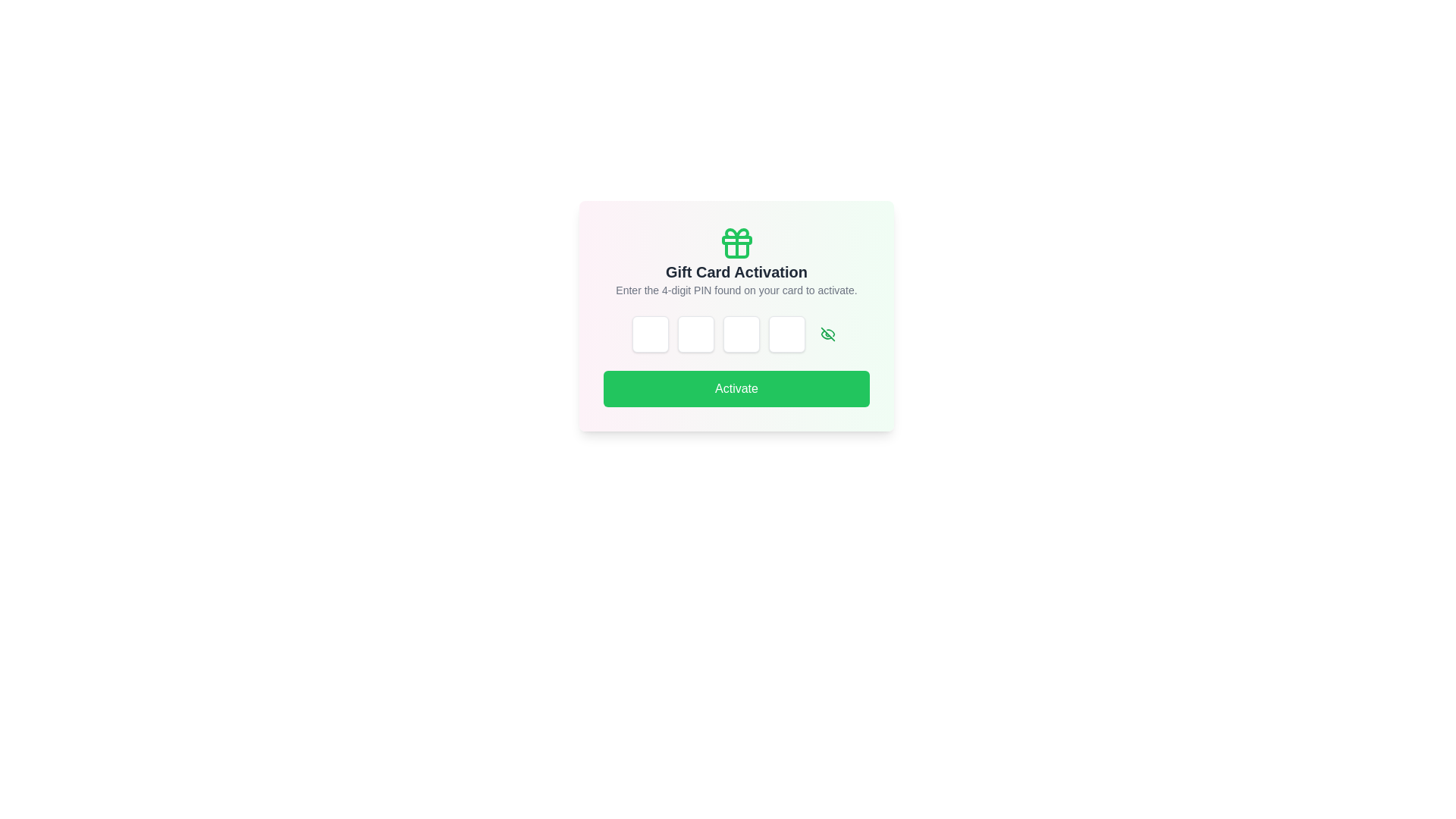 This screenshot has width=1456, height=819. Describe the element at coordinates (736, 242) in the screenshot. I see `the gift card activation icon located at the top center of the card interface, directly above the heading 'Gift Card Activation'` at that location.